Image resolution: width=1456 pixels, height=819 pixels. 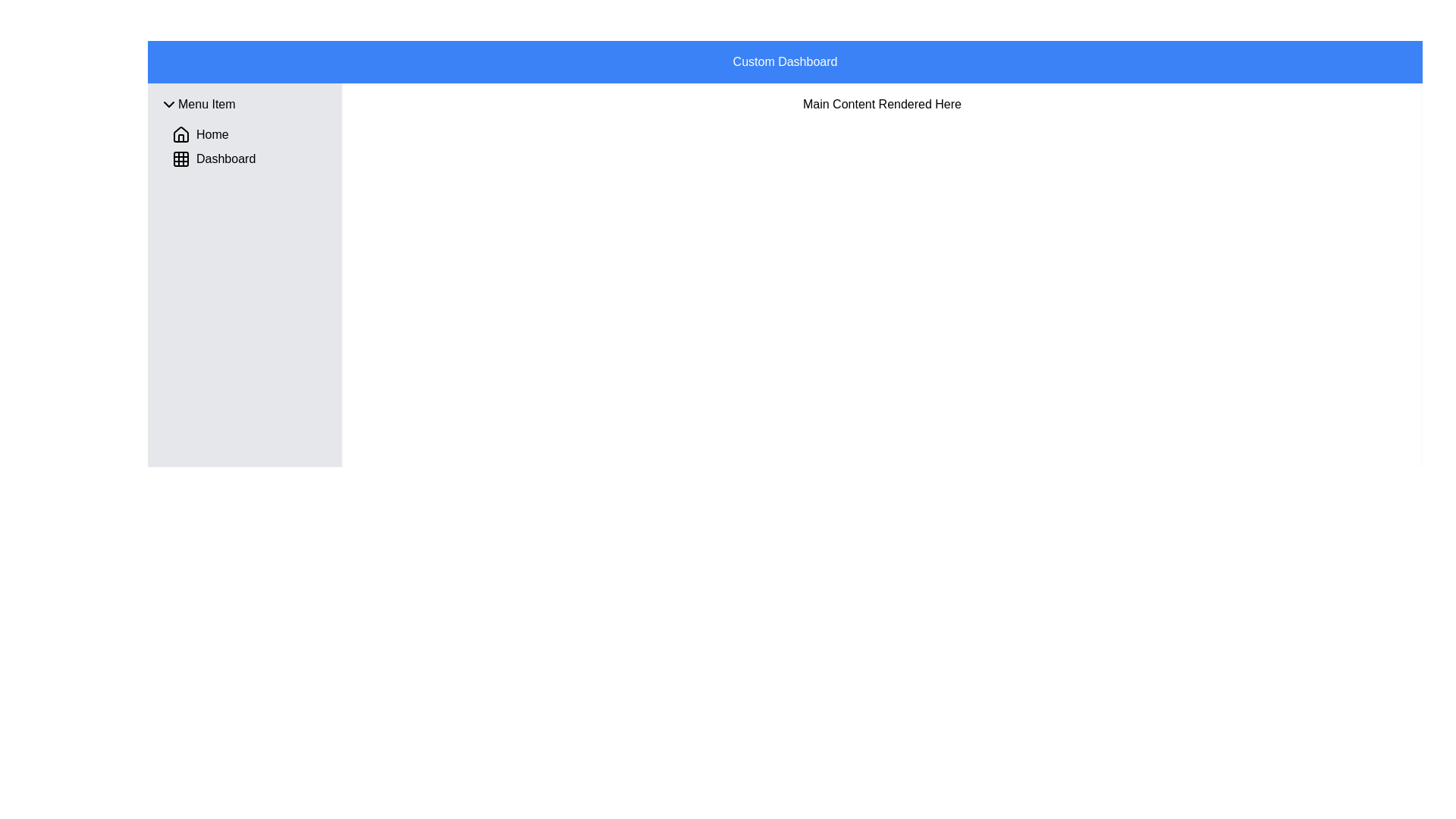 What do you see at coordinates (199, 133) in the screenshot?
I see `the 'Home' navigation link in the sidebar menu` at bounding box center [199, 133].